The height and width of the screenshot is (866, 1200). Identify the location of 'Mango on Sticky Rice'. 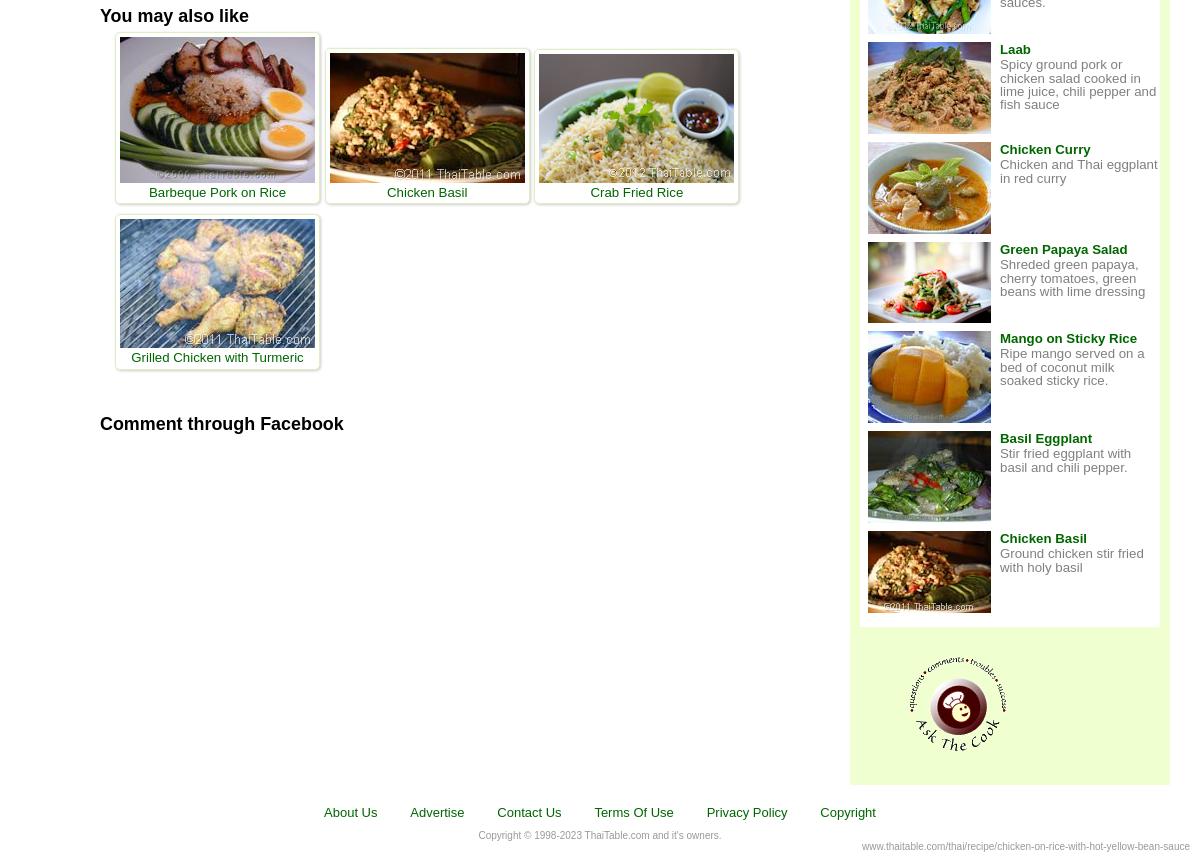
(999, 337).